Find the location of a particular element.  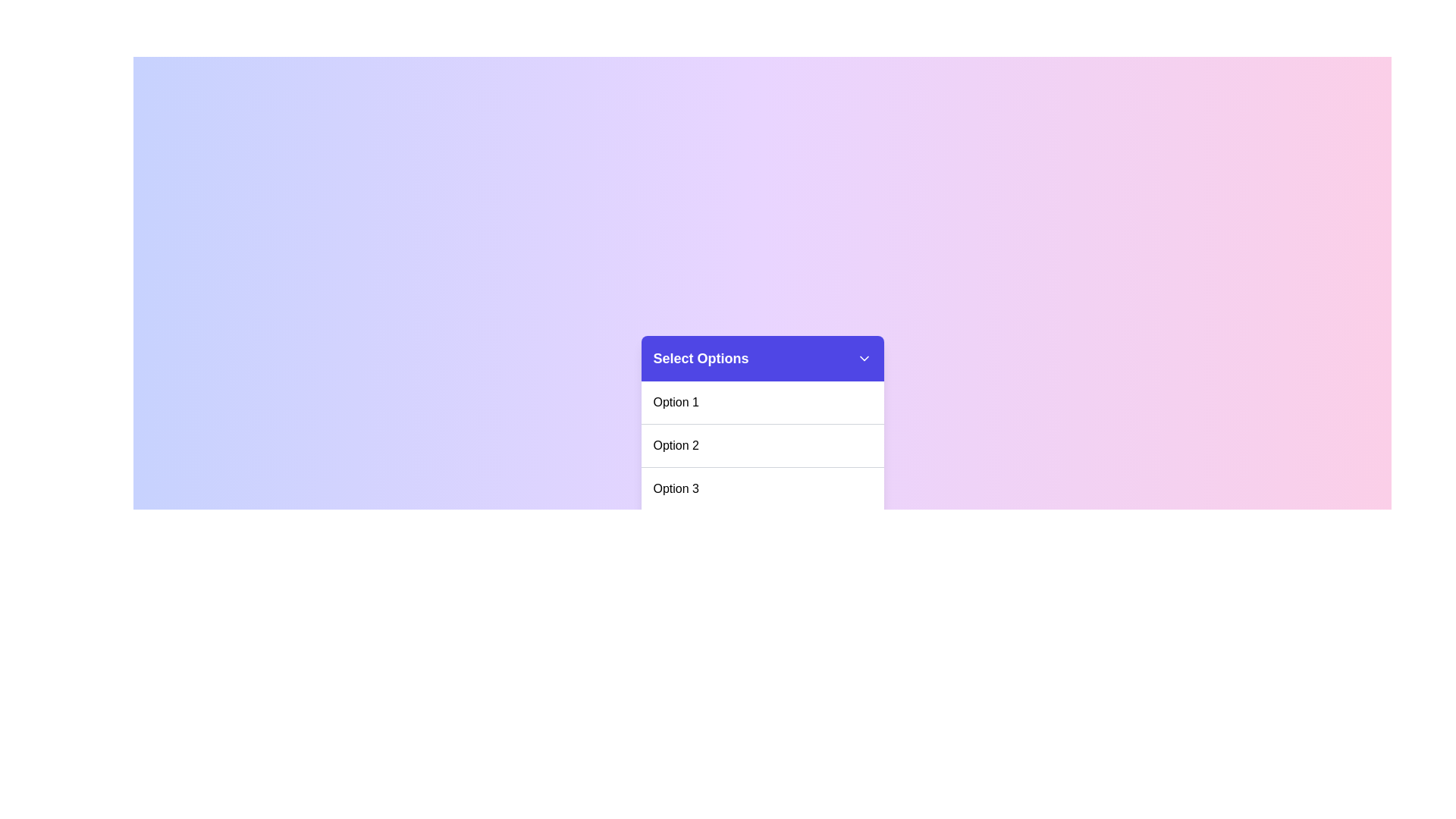

the graphical icon indicating expandability next to the 'Select Options' label is located at coordinates (864, 359).